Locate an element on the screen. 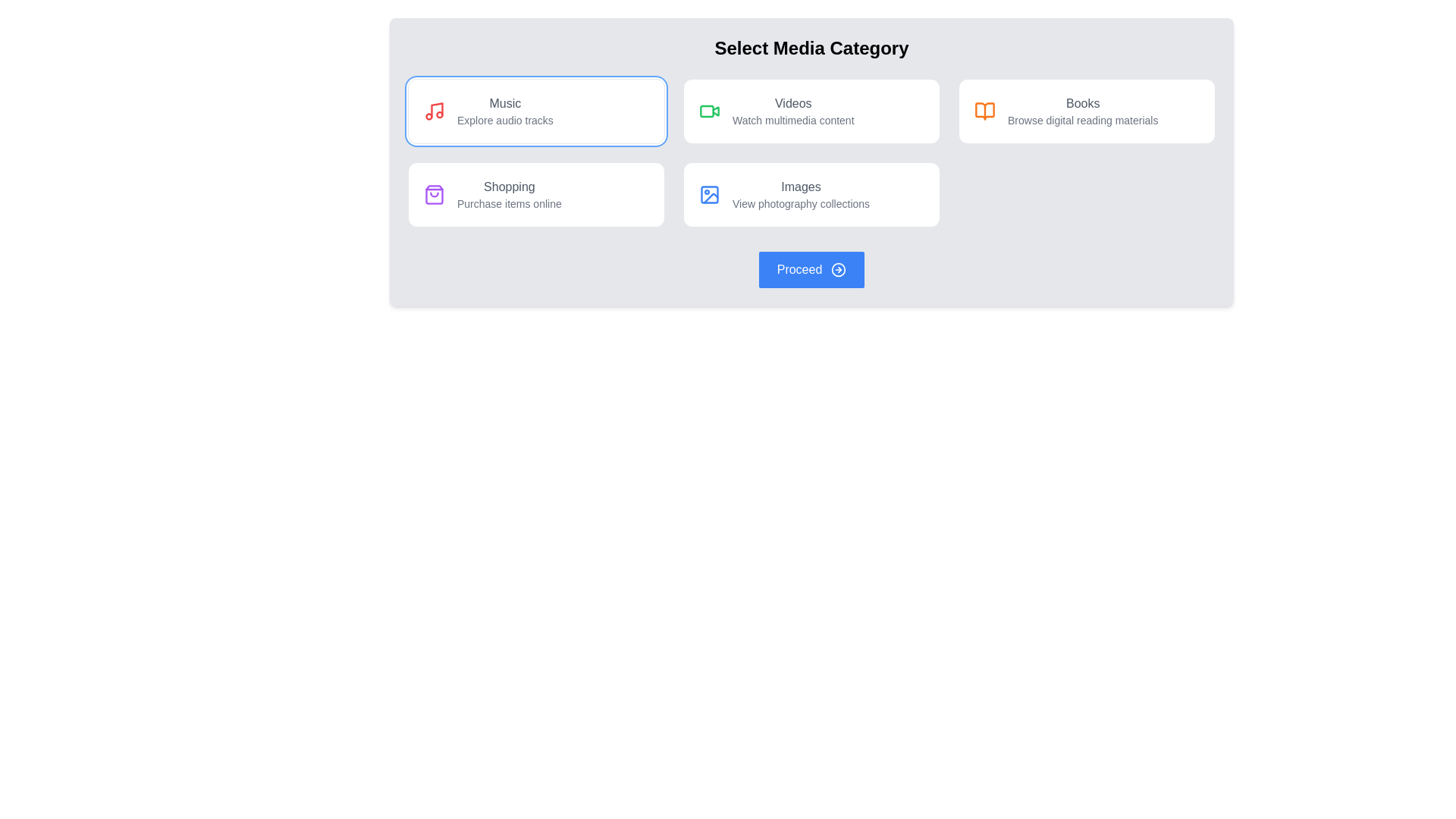  the 'Shopping' text label, which serves as a descriptive label for the second card in a horizontal group of selectable categories is located at coordinates (509, 194).